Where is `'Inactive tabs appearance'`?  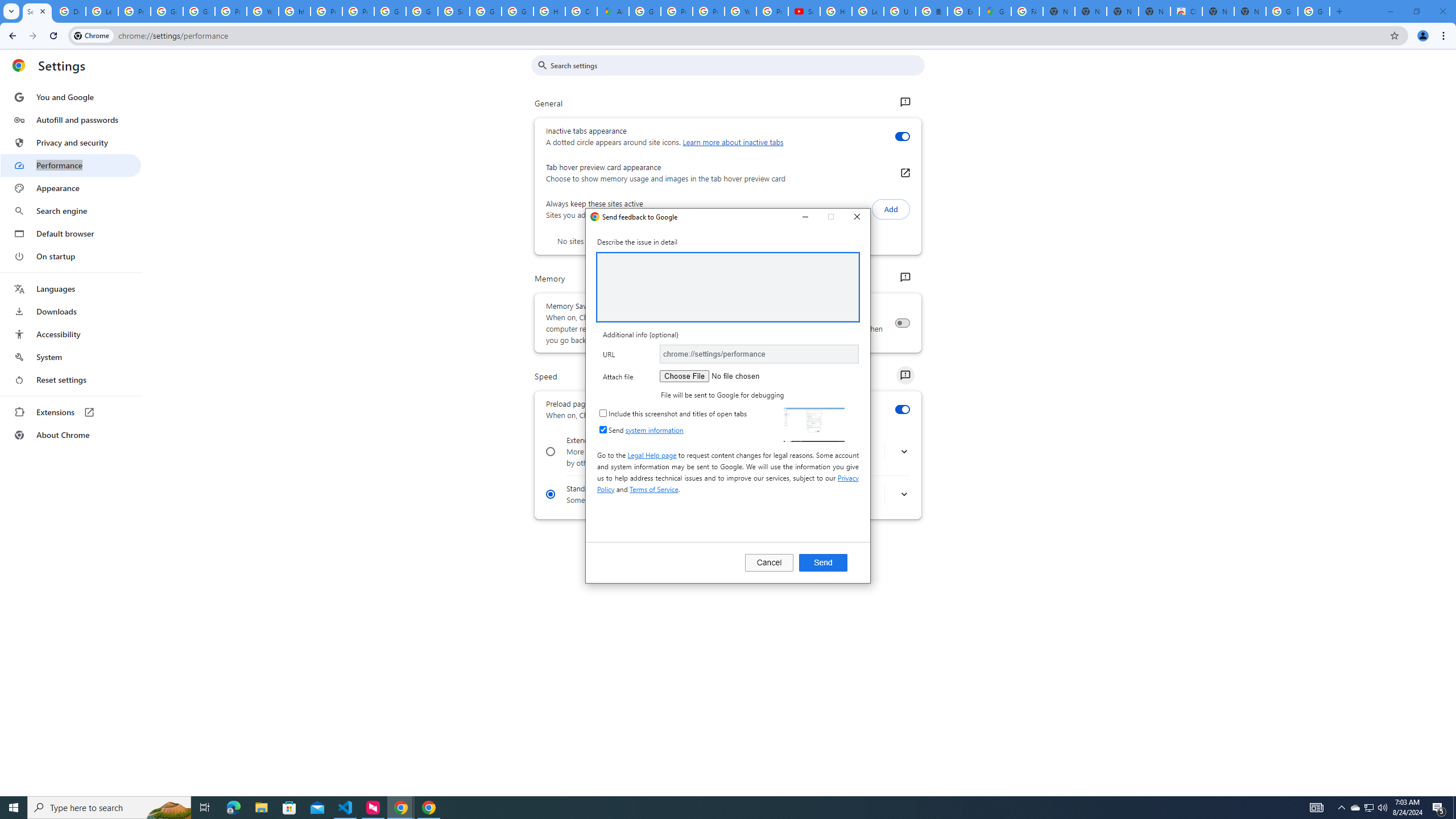
'Inactive tabs appearance' is located at coordinates (901, 136).